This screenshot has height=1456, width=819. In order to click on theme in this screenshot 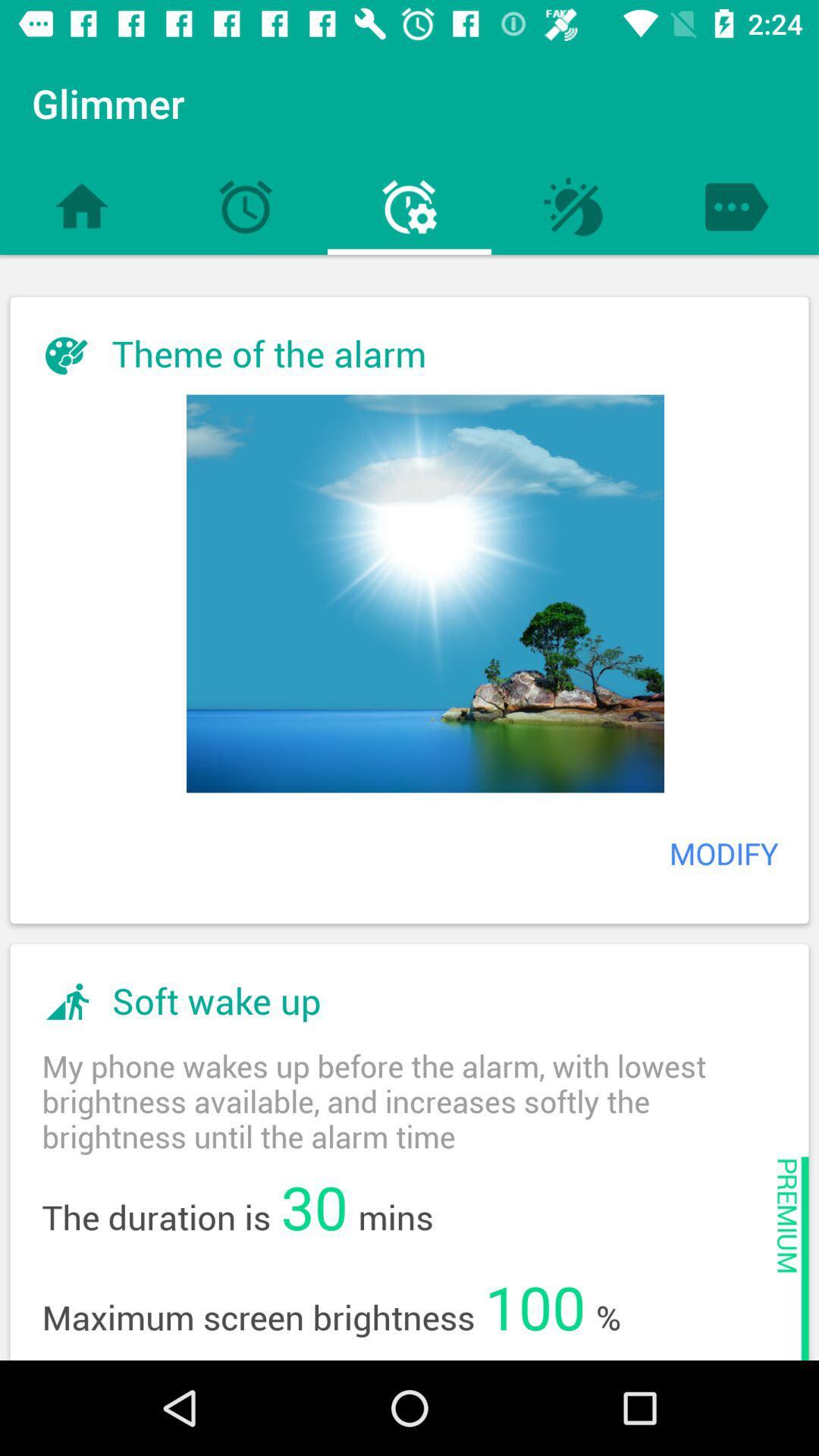, I will do `click(425, 592)`.